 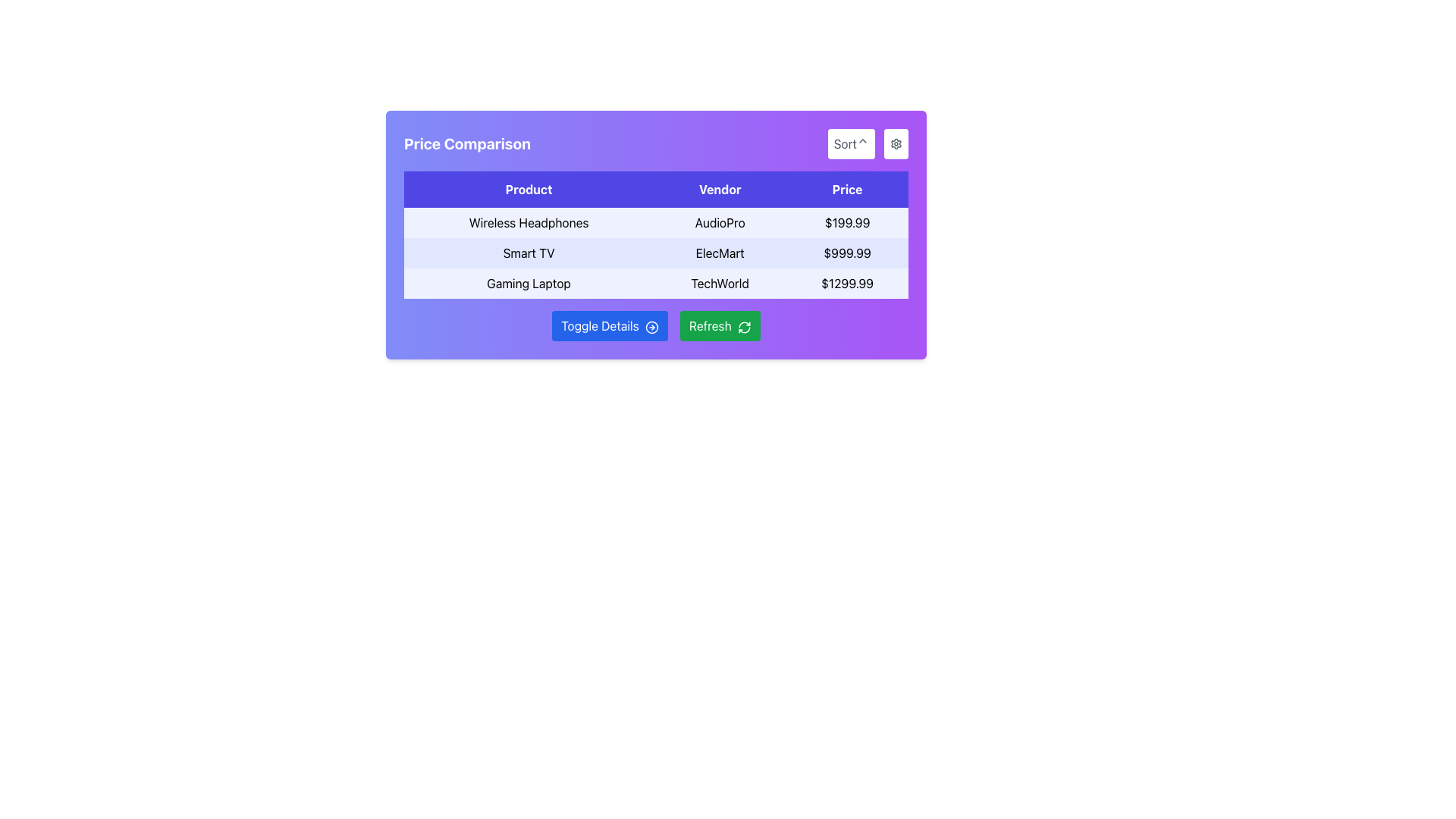 What do you see at coordinates (656, 234) in the screenshot?
I see `the rows of the interactive Data Table located in the 'Price Comparison' section, which has a bold purple header with titles 'Product,' 'Vendor,' and 'Price.'` at bounding box center [656, 234].